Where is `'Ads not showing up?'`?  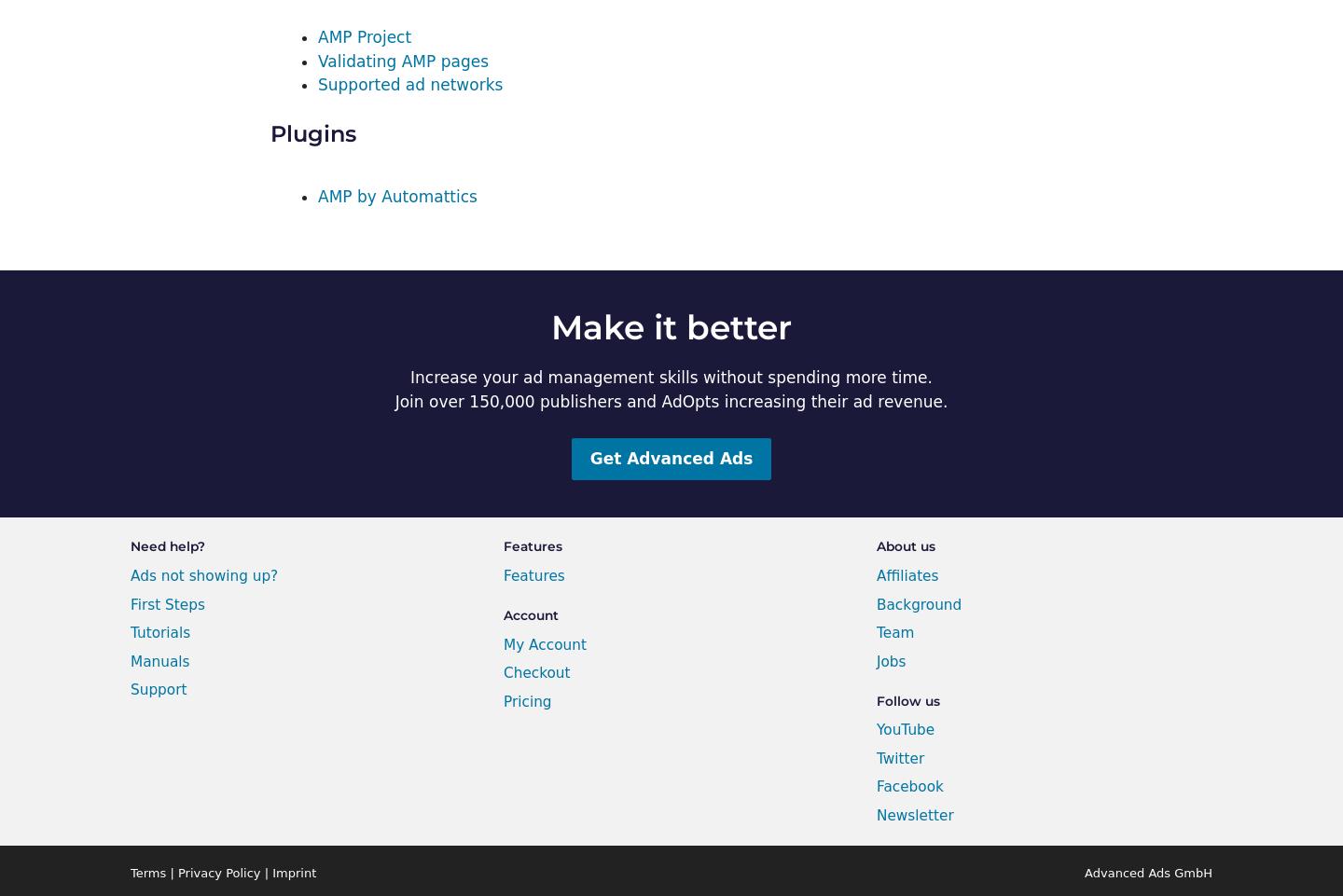 'Ads not showing up?' is located at coordinates (204, 576).